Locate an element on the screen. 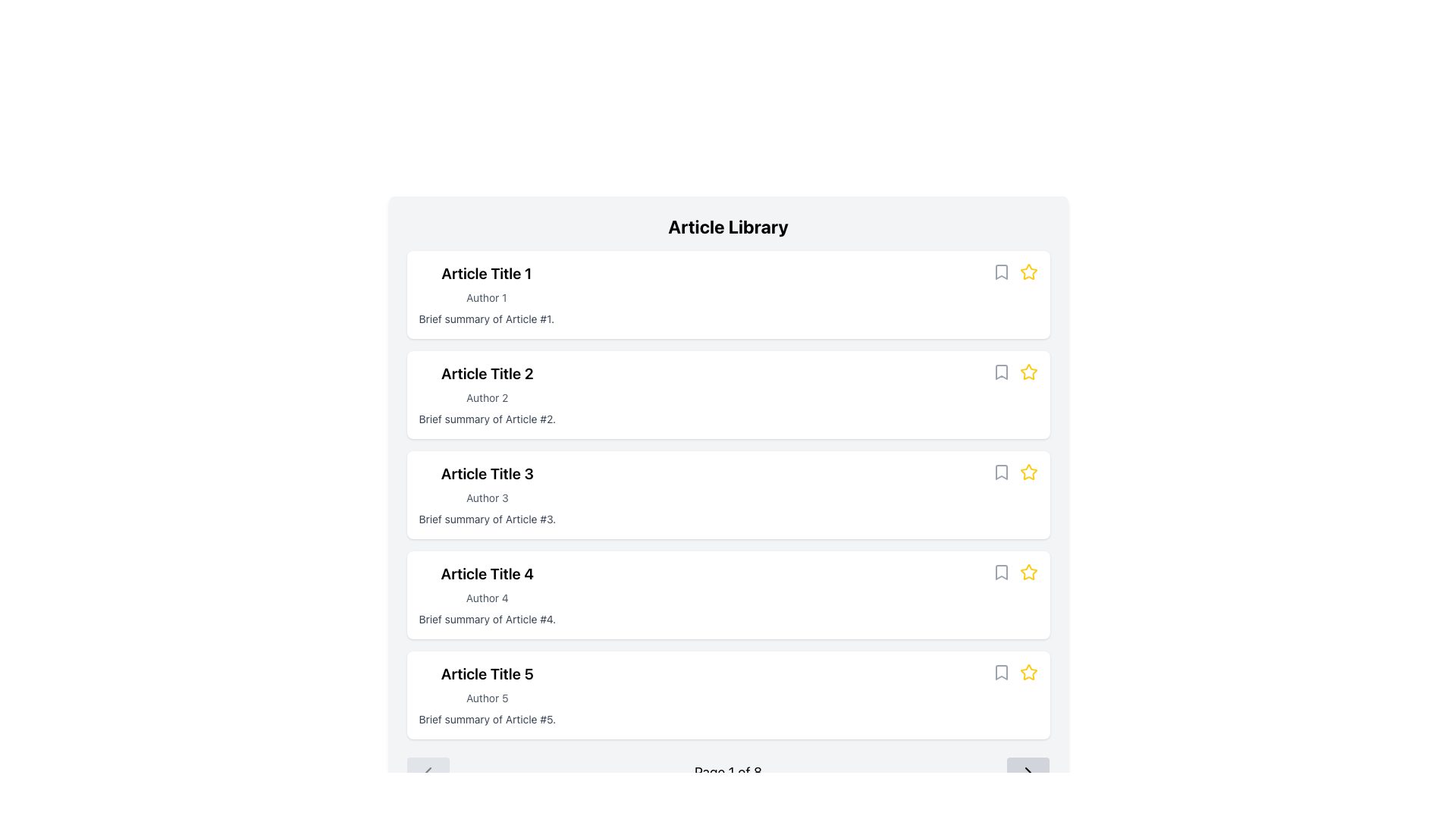  the favorite marker icon located at the far right of the row for 'Article Title 5' to check for additional information or a tooltip is located at coordinates (1028, 671).